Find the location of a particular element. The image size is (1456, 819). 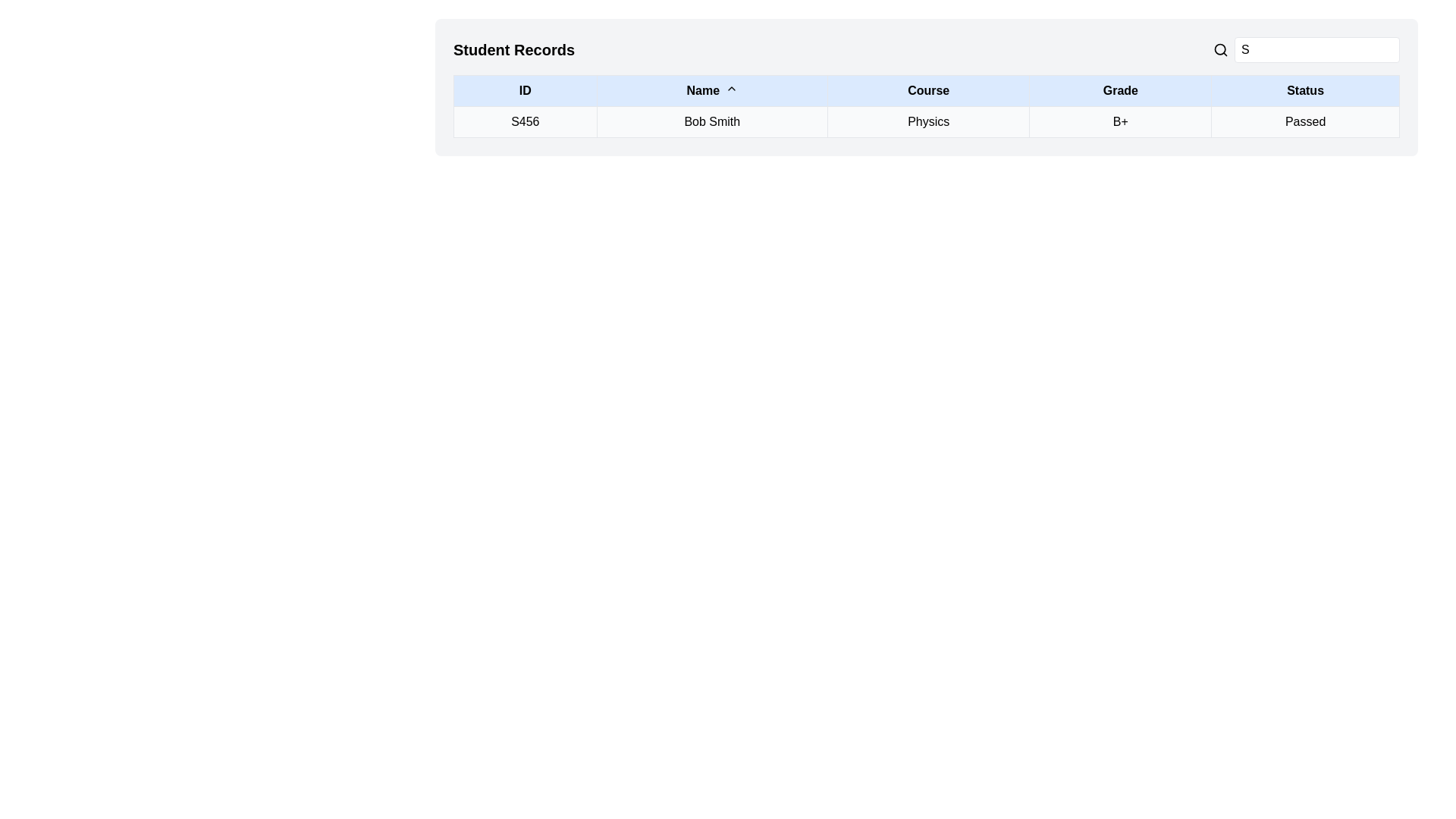

the 'ID' column header in the table, which is part of the light blue header row displaying titles such as 'ID', 'Name', 'Course', 'Grade', and 'Status' is located at coordinates (926, 90).